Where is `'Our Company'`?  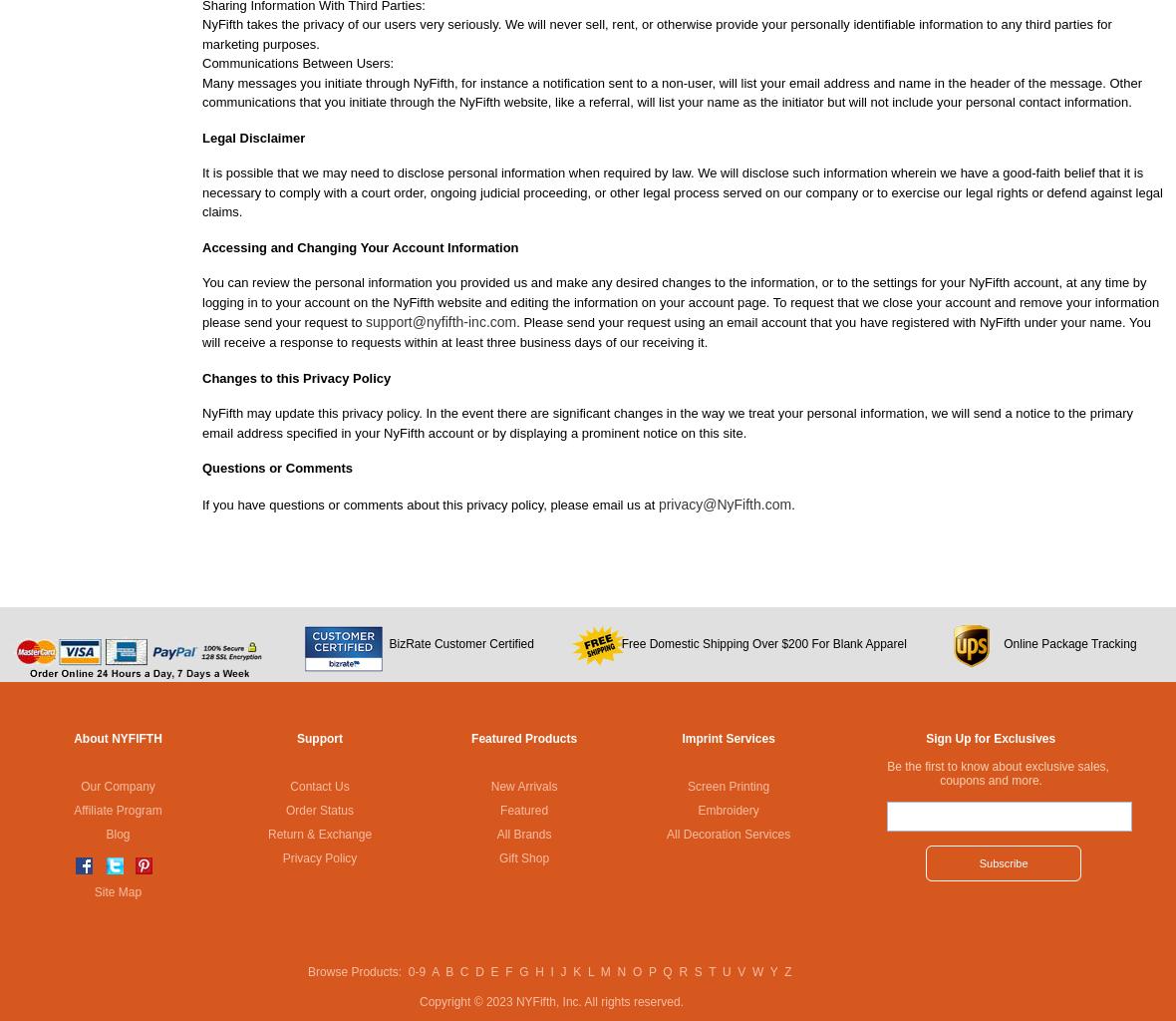
'Our Company' is located at coordinates (117, 785).